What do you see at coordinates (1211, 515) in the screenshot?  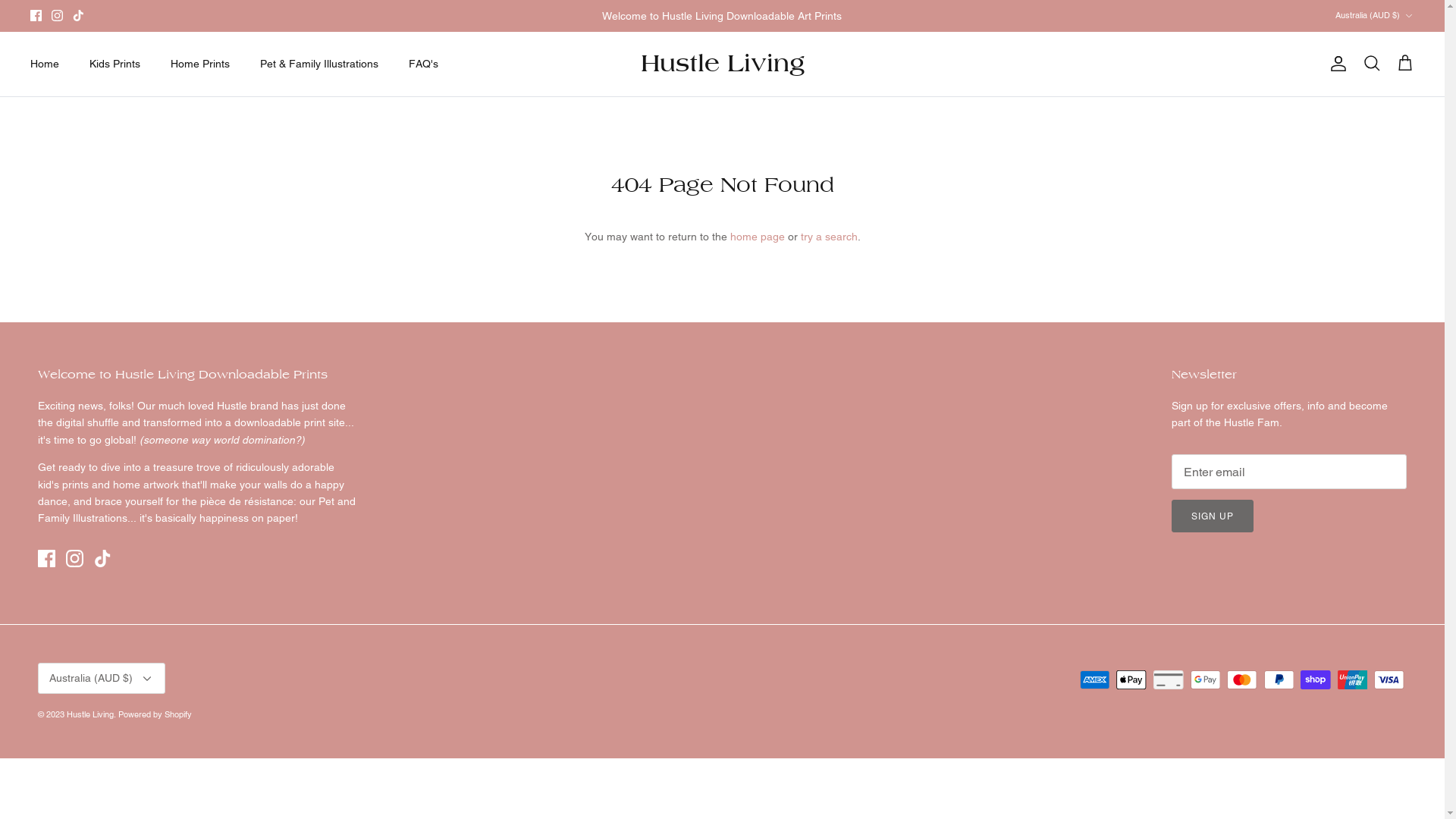 I see `'SIGN UP'` at bounding box center [1211, 515].